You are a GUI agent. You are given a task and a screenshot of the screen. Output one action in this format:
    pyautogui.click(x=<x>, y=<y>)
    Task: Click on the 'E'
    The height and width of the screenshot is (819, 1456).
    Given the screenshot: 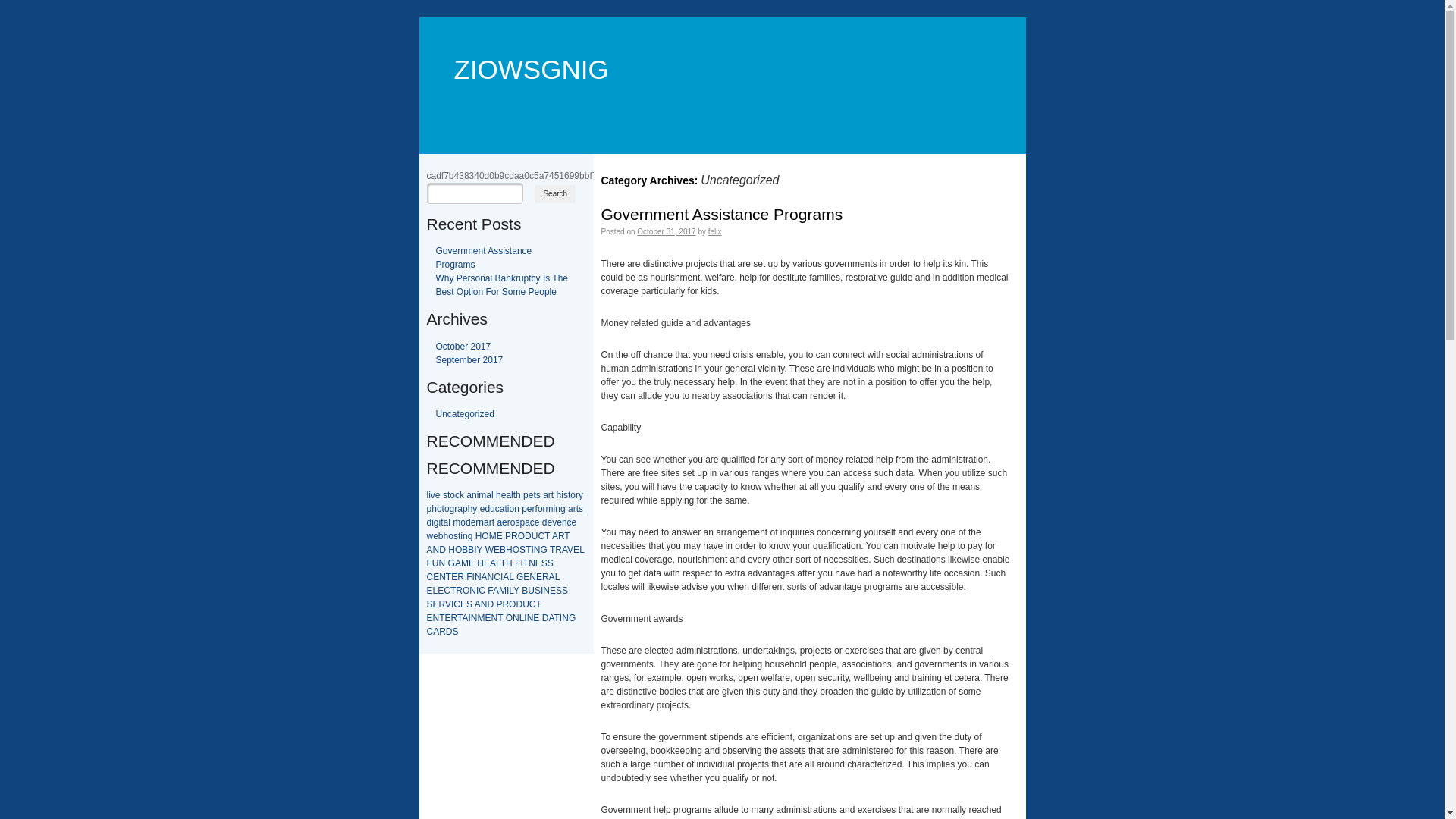 What is the action you would take?
    pyautogui.click(x=459, y=604)
    